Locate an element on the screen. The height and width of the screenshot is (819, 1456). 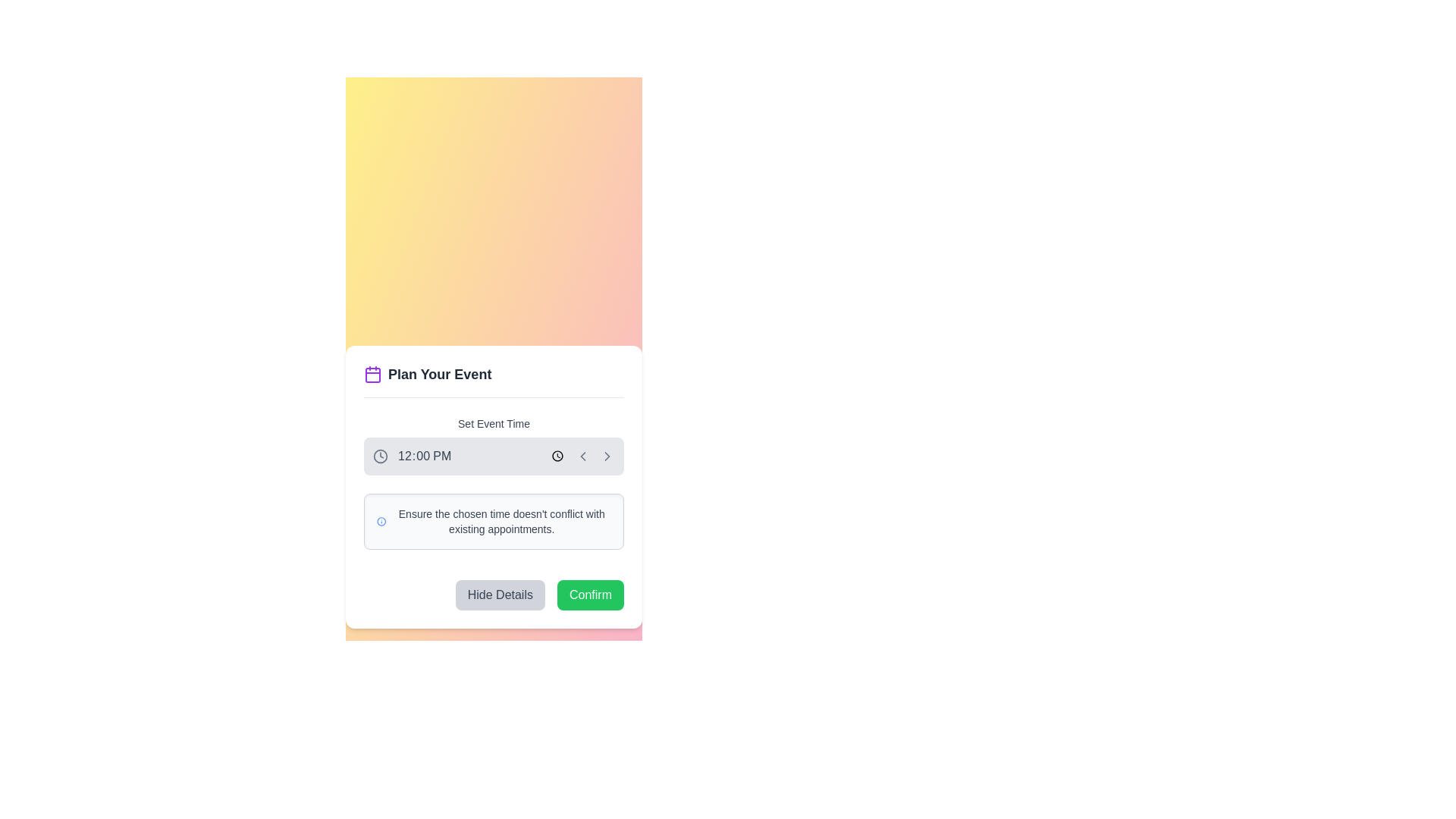
informational message displayed below the time selection dropdown, which provides guidance or warnings regarding potential conflicts for the selected time is located at coordinates (494, 520).